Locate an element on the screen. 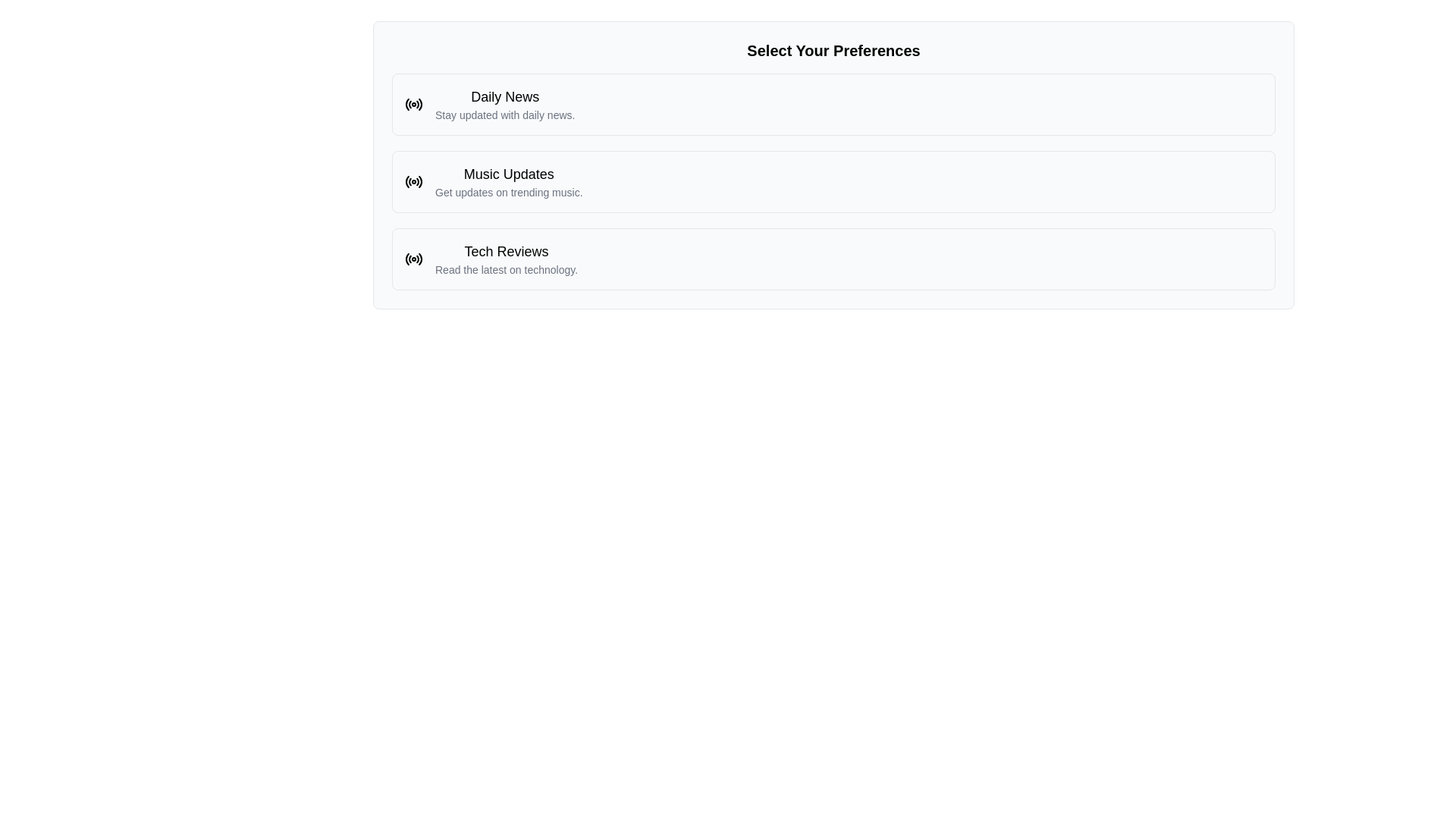  the second button-like selectable card in the list to subscribe to music trend updates is located at coordinates (833, 180).